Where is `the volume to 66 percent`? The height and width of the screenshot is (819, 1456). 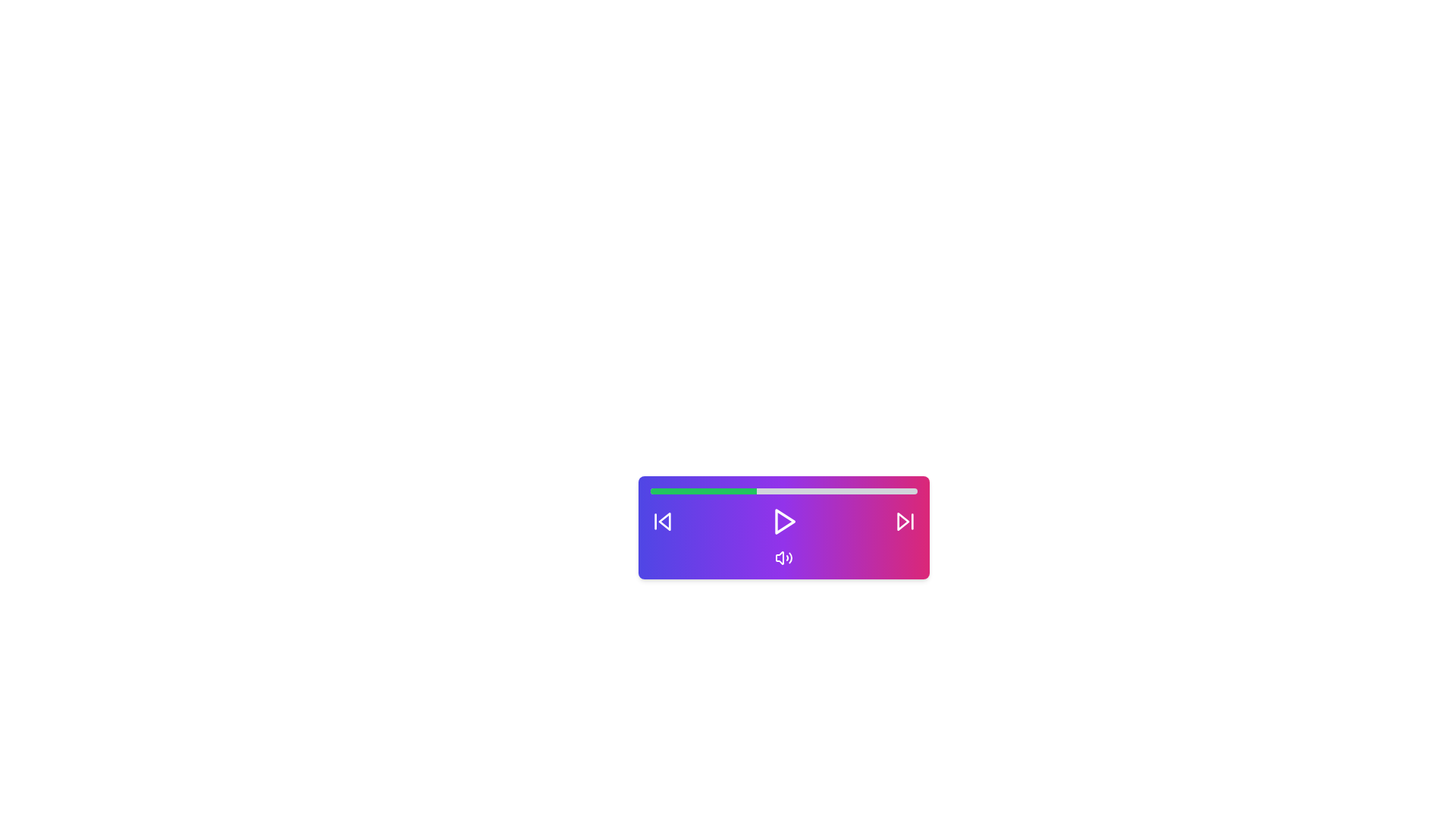 the volume to 66 percent is located at coordinates (825, 491).